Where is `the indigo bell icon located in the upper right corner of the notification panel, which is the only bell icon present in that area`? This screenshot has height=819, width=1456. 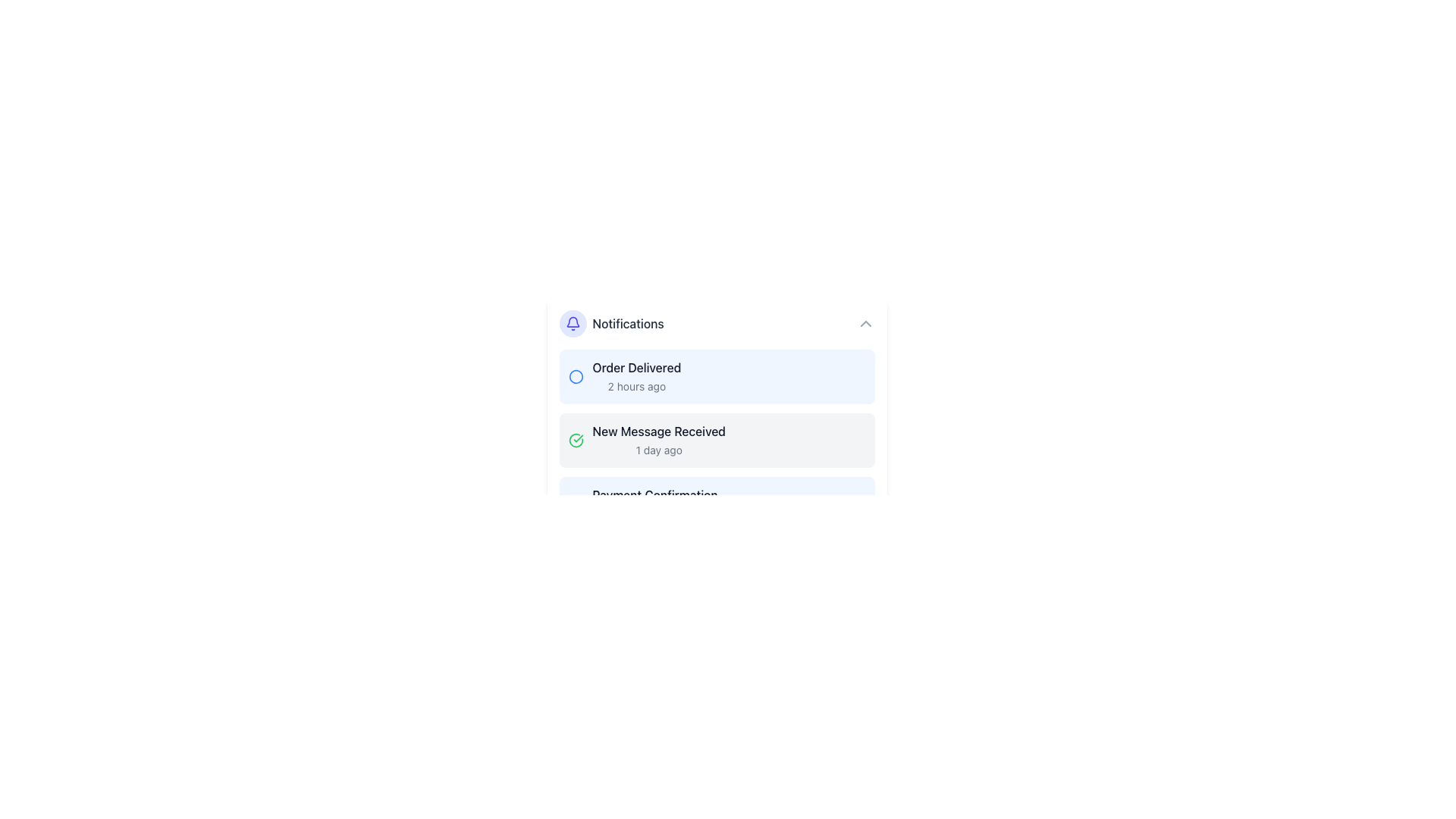
the indigo bell icon located in the upper right corner of the notification panel, which is the only bell icon present in that area is located at coordinates (572, 323).